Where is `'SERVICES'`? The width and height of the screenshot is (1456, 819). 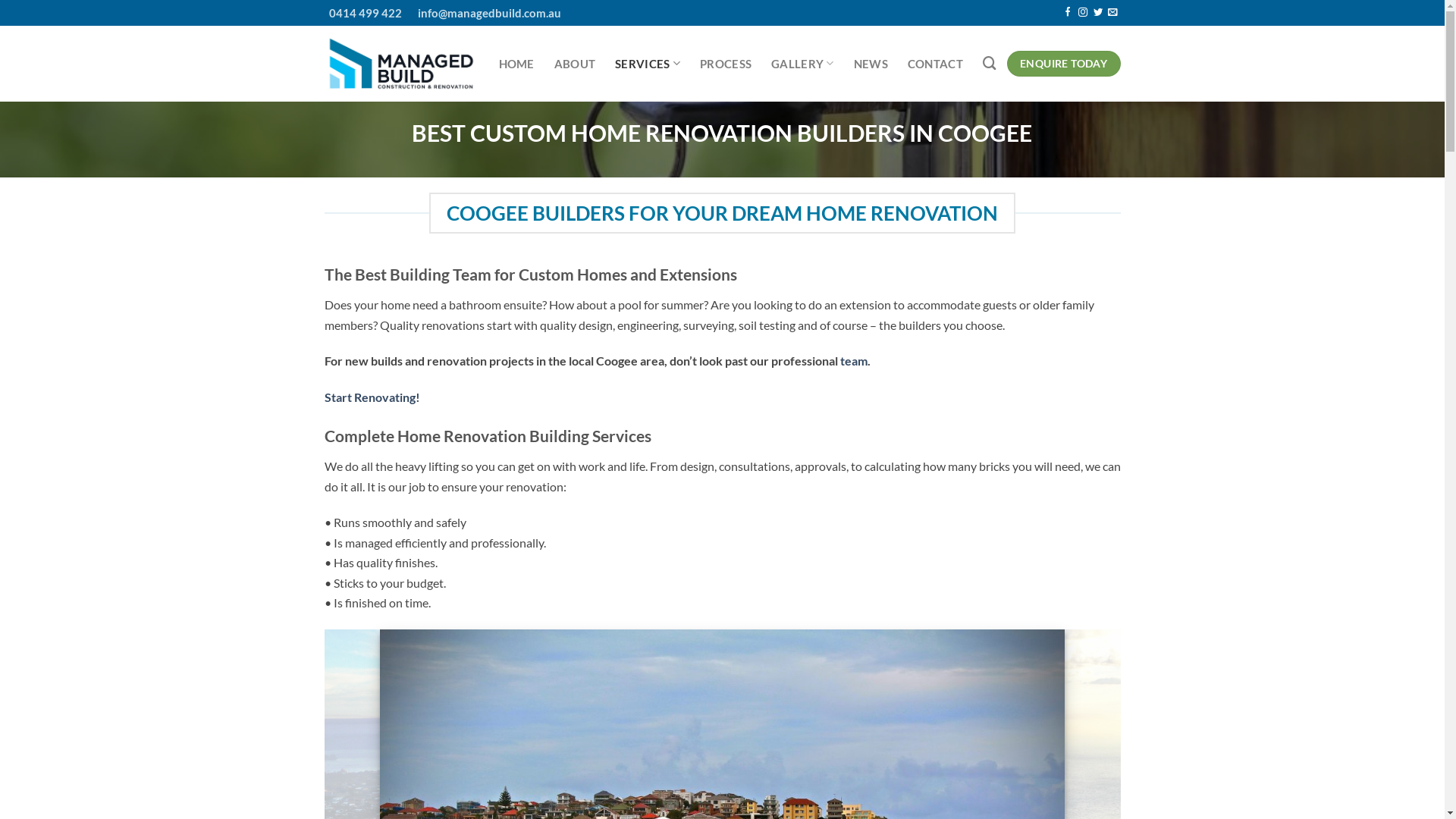 'SERVICES' is located at coordinates (648, 62).